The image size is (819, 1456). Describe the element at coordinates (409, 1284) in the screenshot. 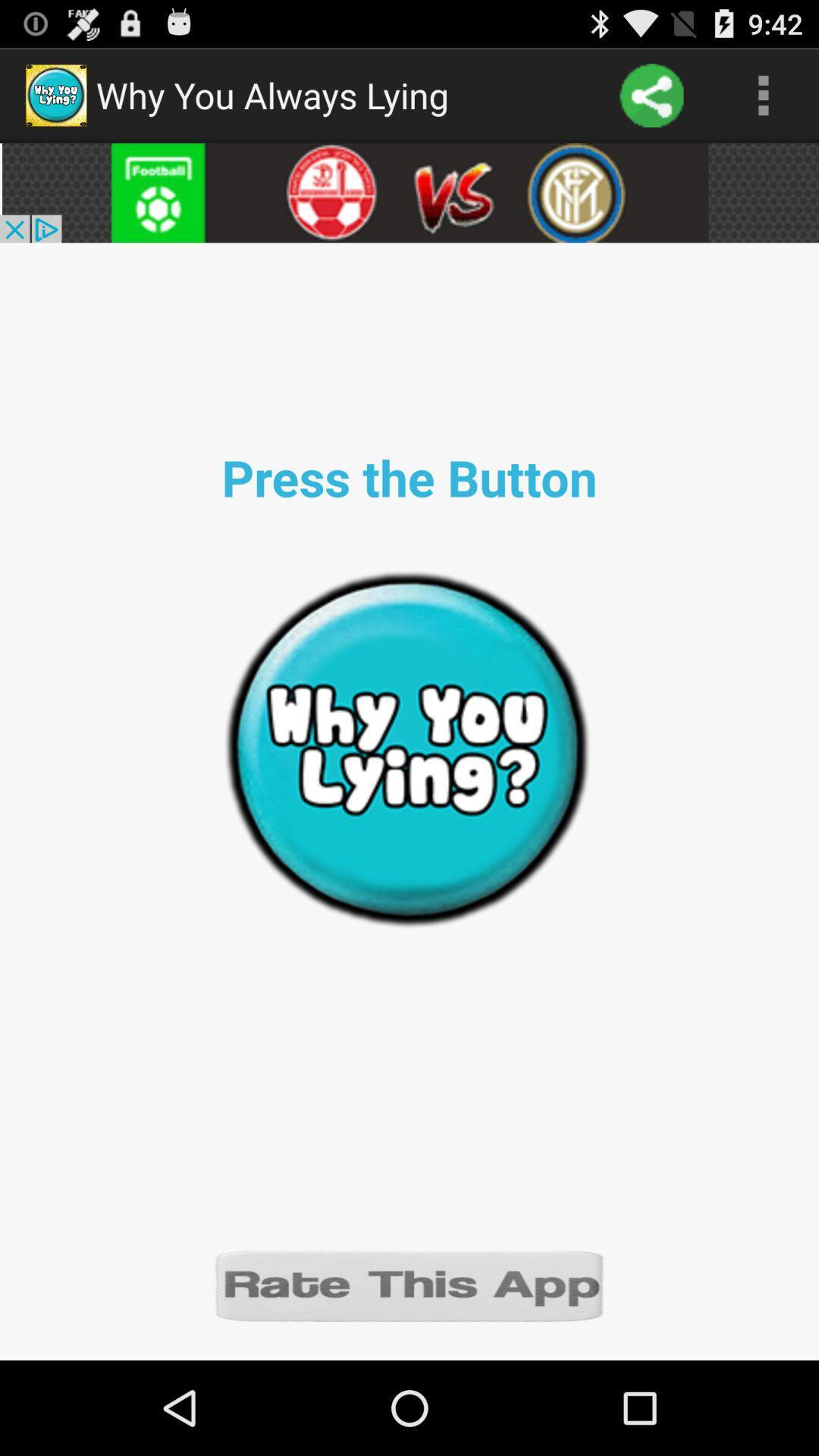

I see `rate this app` at that location.